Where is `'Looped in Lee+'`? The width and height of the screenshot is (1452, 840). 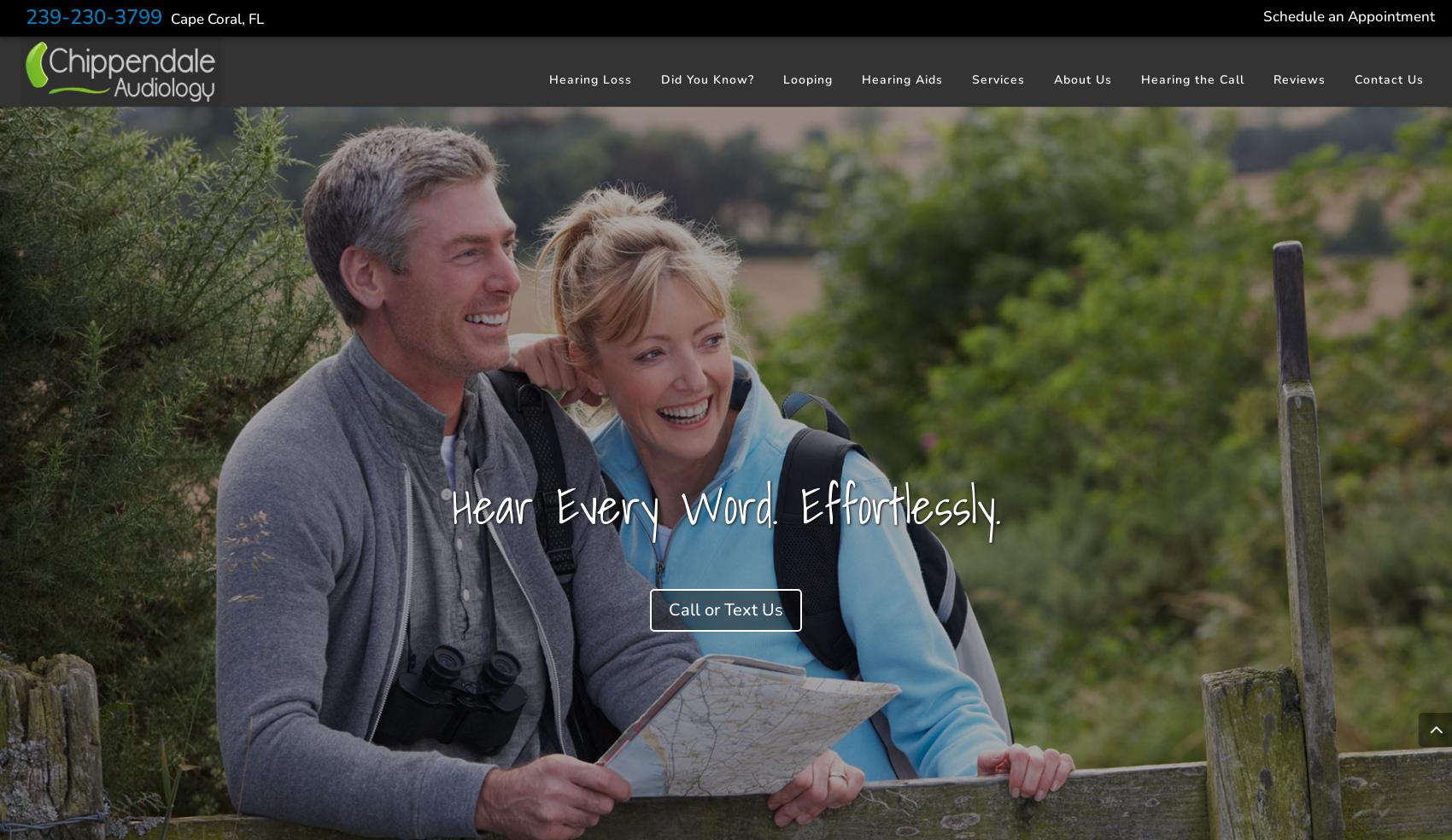
'Looped in Lee+' is located at coordinates (833, 126).